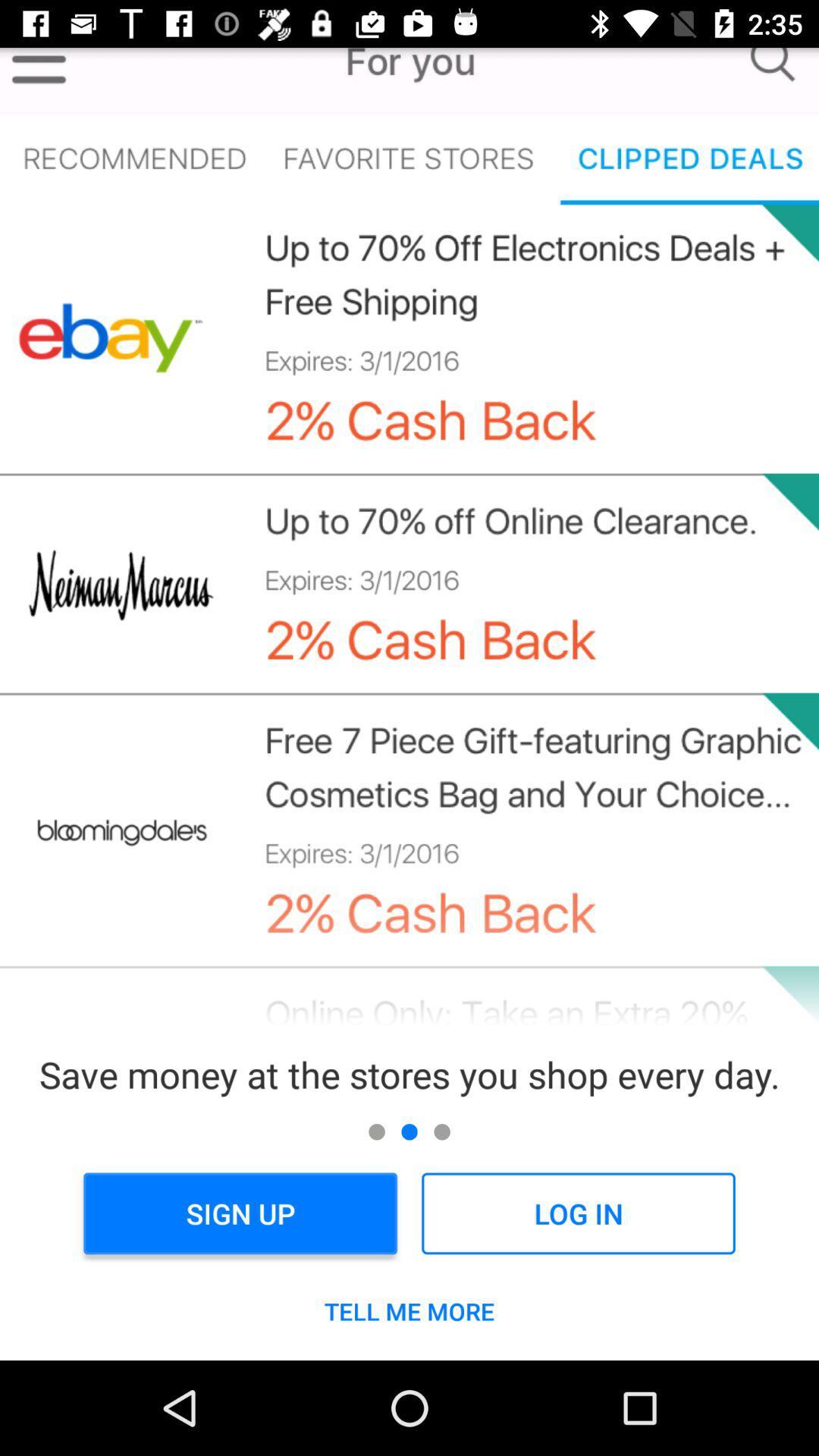  What do you see at coordinates (578, 1213) in the screenshot?
I see `icon next to sign up item` at bounding box center [578, 1213].